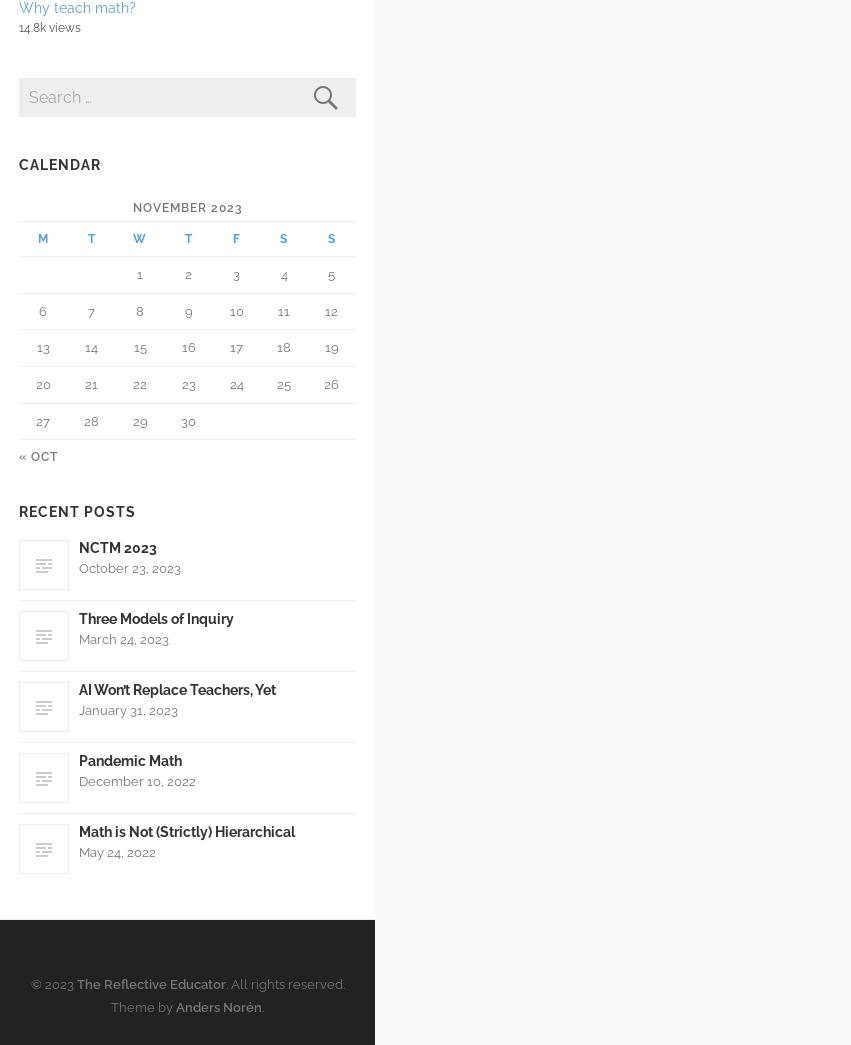 The image size is (851, 1045). I want to click on '© 2023', so click(53, 983).